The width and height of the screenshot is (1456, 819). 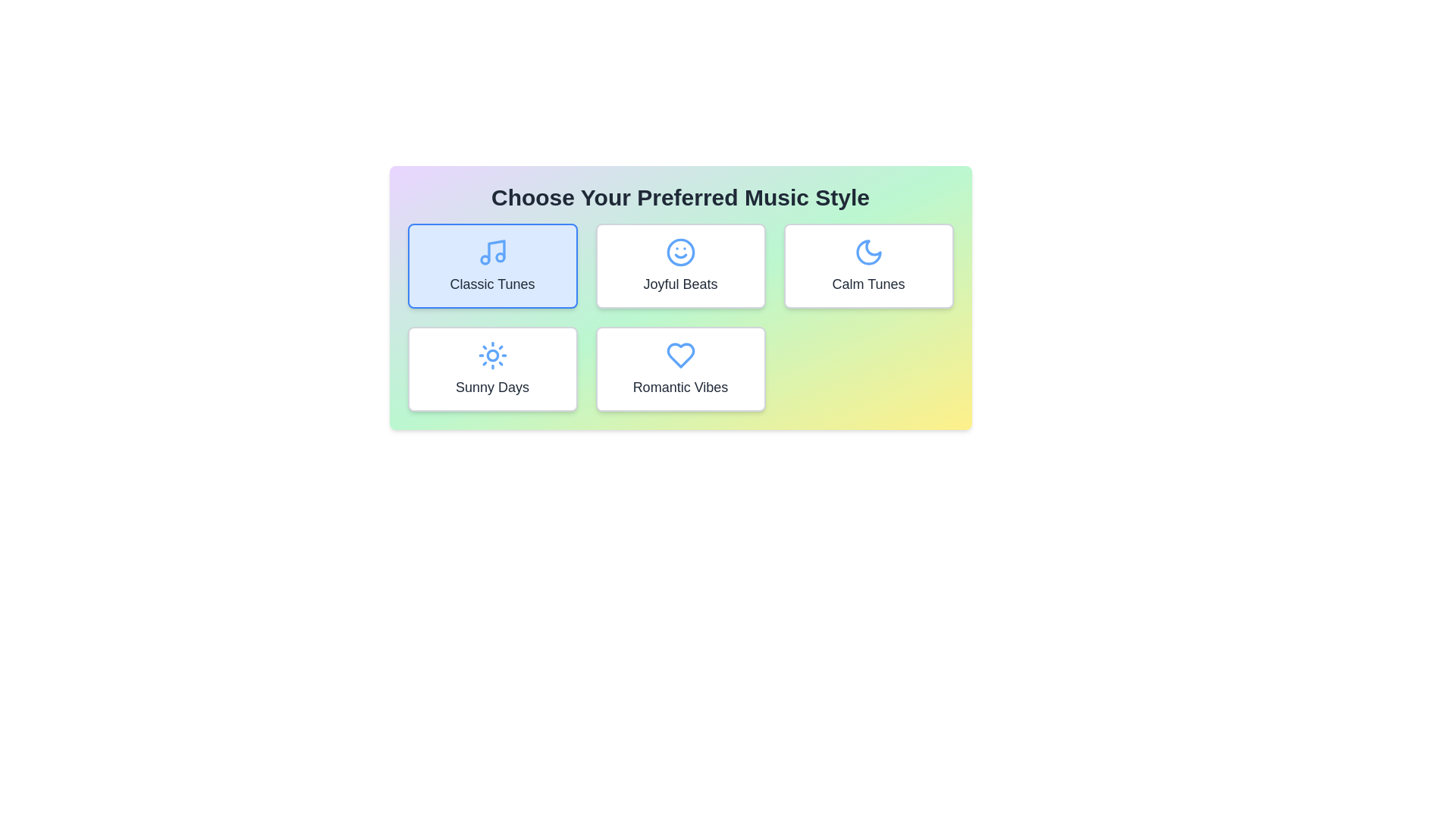 What do you see at coordinates (679, 298) in the screenshot?
I see `the 'Joyful Beats' button, the second button from the left in the grid of music styles within the card module titled 'Choose Your Preferred Music Style'` at bounding box center [679, 298].